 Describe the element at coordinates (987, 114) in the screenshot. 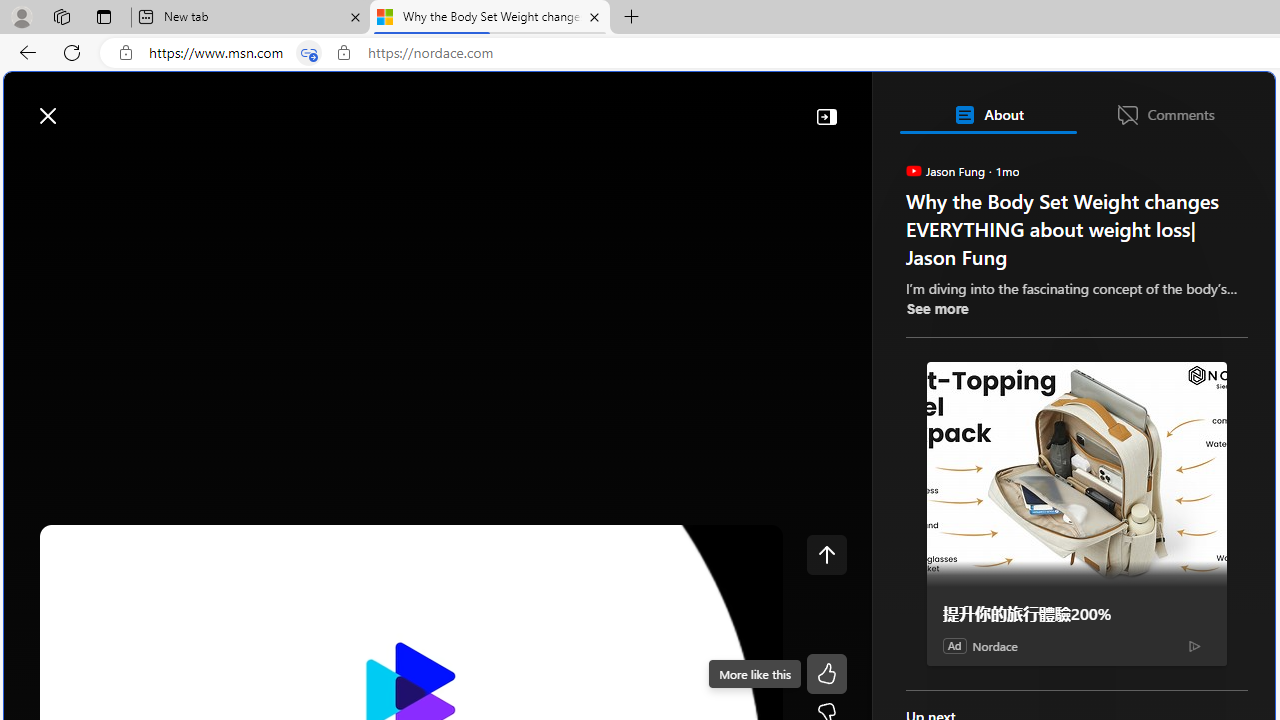

I see `'About'` at that location.